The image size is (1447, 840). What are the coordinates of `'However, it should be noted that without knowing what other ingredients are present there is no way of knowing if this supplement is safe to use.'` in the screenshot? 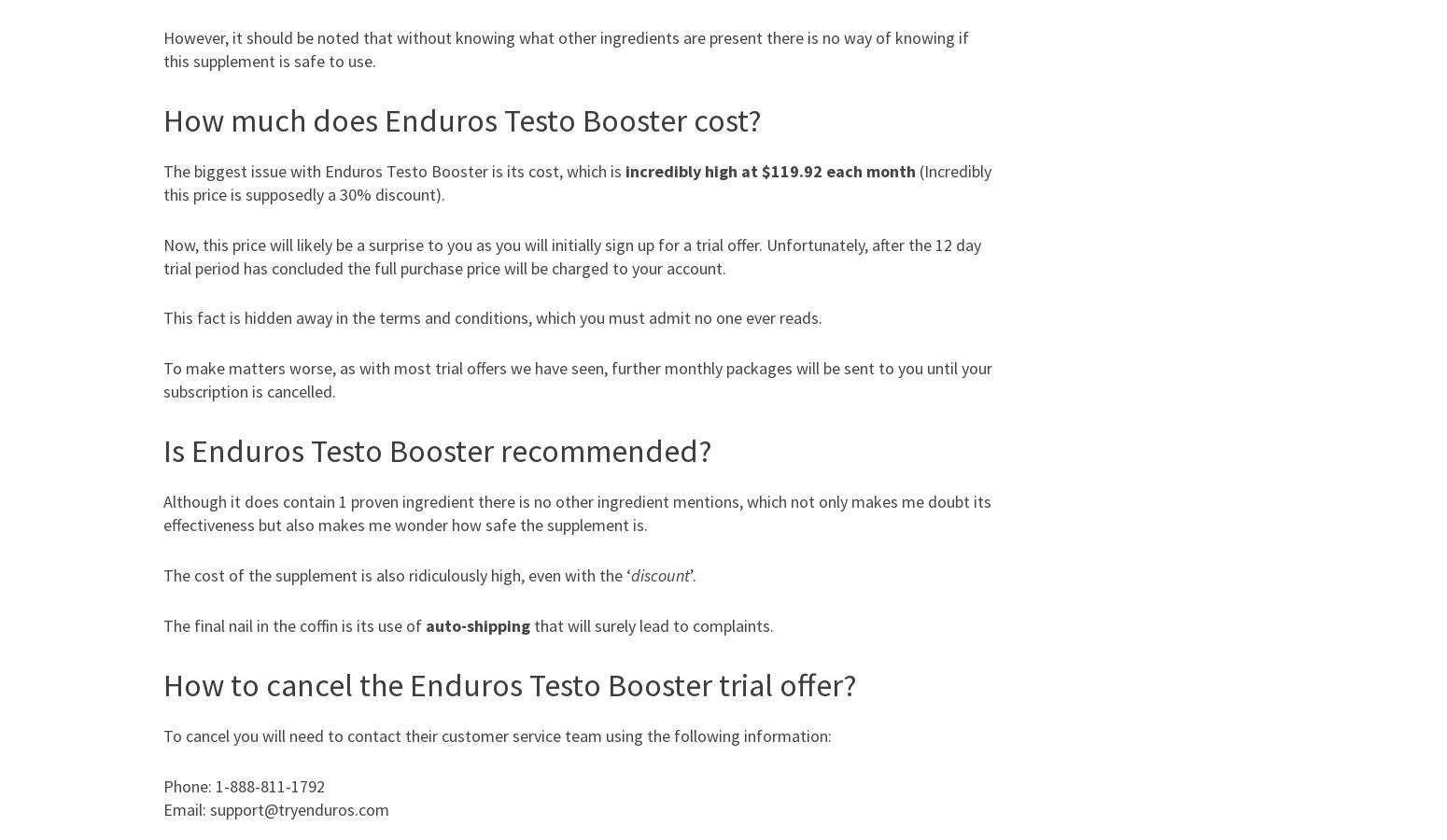 It's located at (162, 48).